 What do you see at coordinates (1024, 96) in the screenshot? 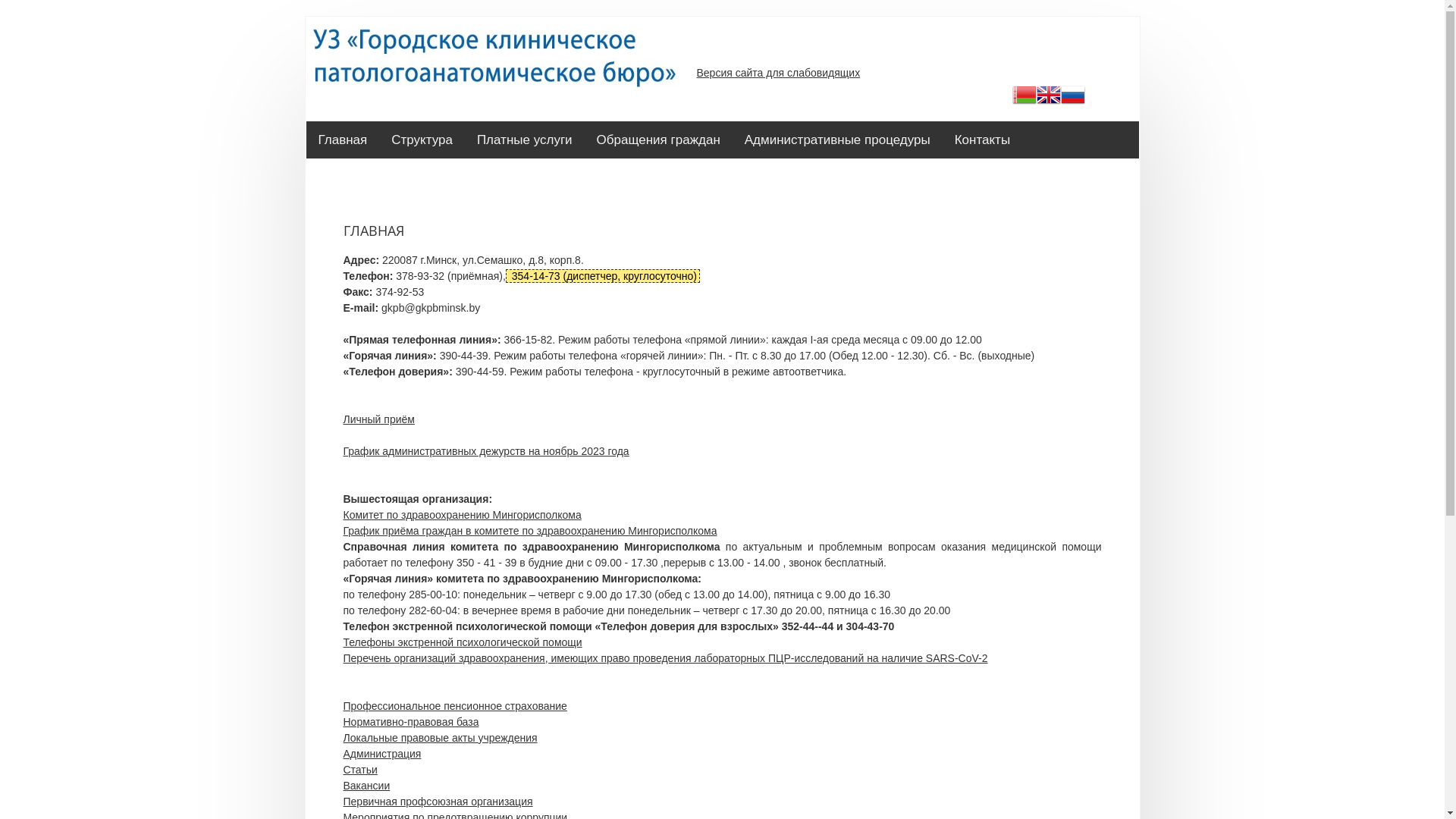
I see `'Belarusian'` at bounding box center [1024, 96].